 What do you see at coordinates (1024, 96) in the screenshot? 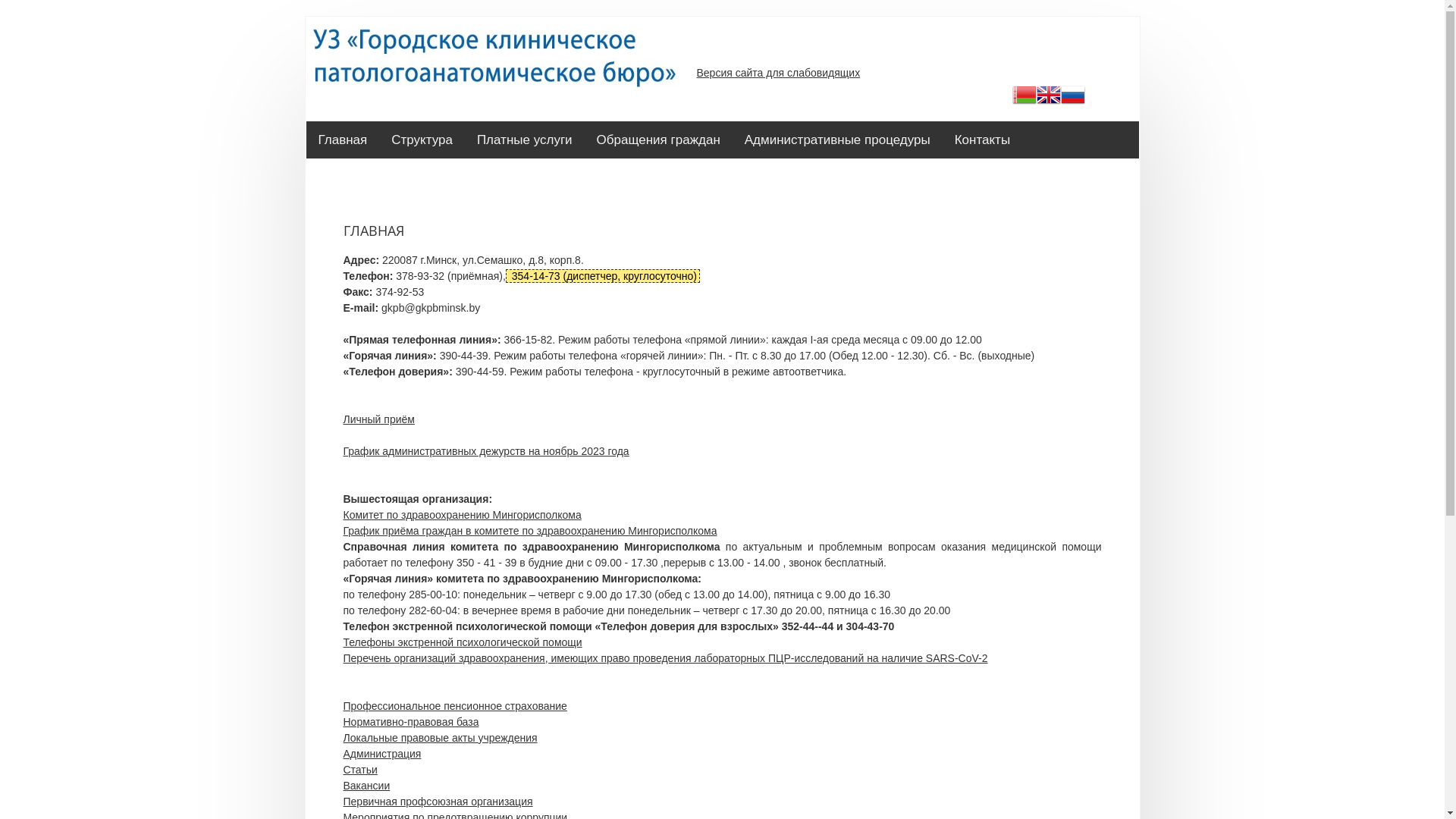
I see `'Belarusian'` at bounding box center [1024, 96].